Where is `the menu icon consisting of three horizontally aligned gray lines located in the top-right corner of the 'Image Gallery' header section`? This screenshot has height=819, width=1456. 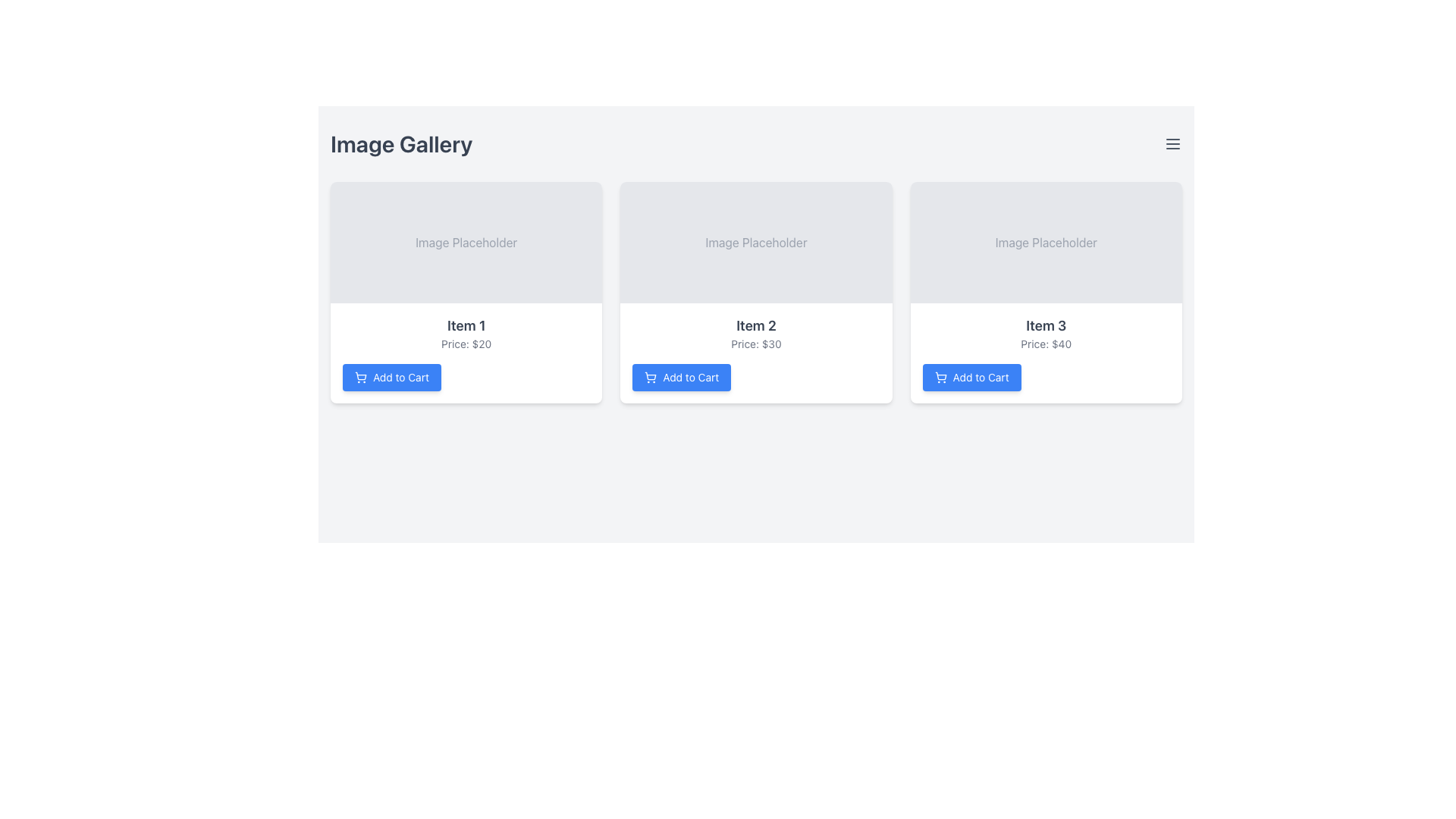
the menu icon consisting of three horizontally aligned gray lines located in the top-right corner of the 'Image Gallery' header section is located at coordinates (1172, 143).